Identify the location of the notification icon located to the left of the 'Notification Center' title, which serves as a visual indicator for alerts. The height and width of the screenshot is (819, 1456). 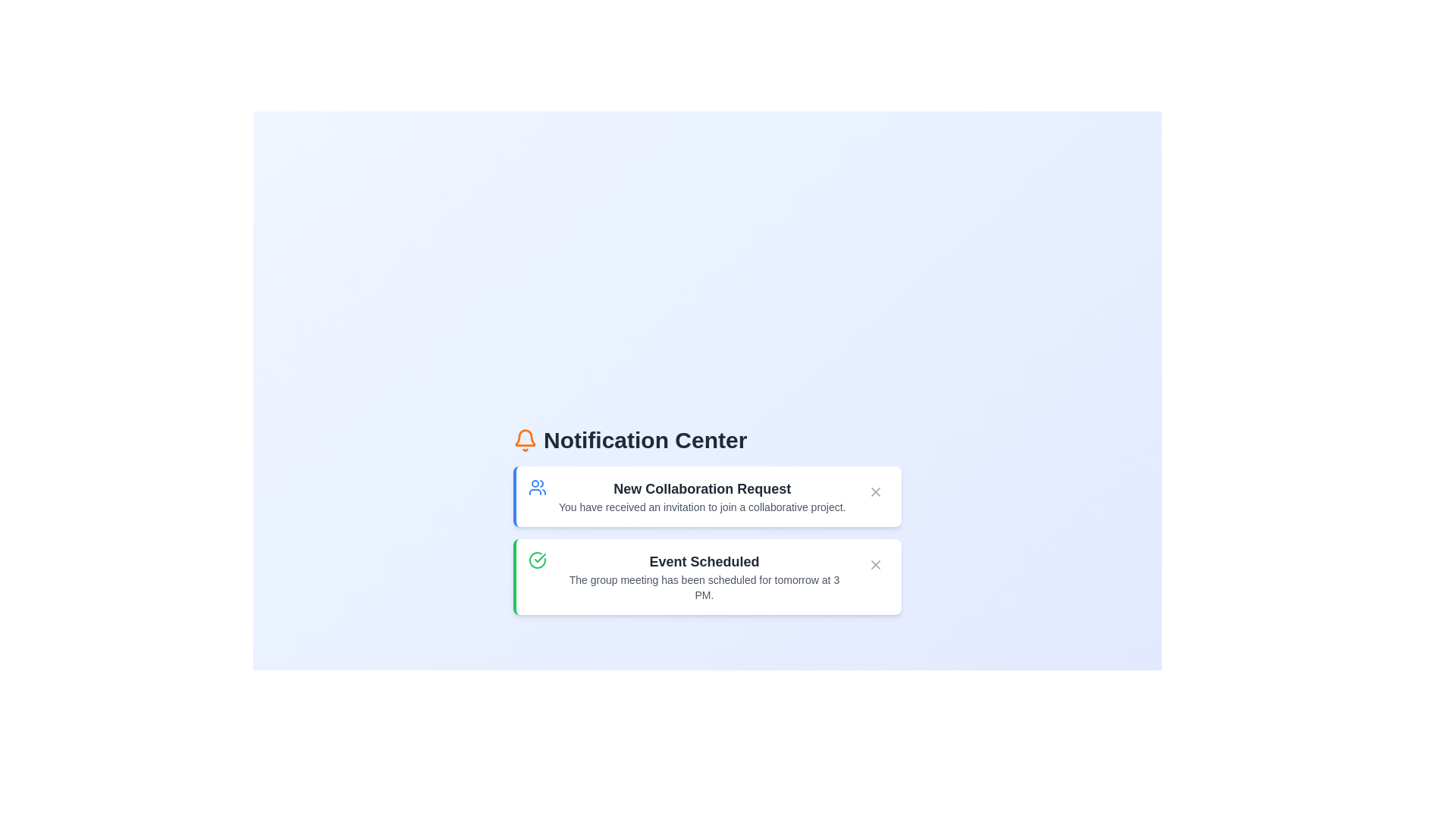
(525, 441).